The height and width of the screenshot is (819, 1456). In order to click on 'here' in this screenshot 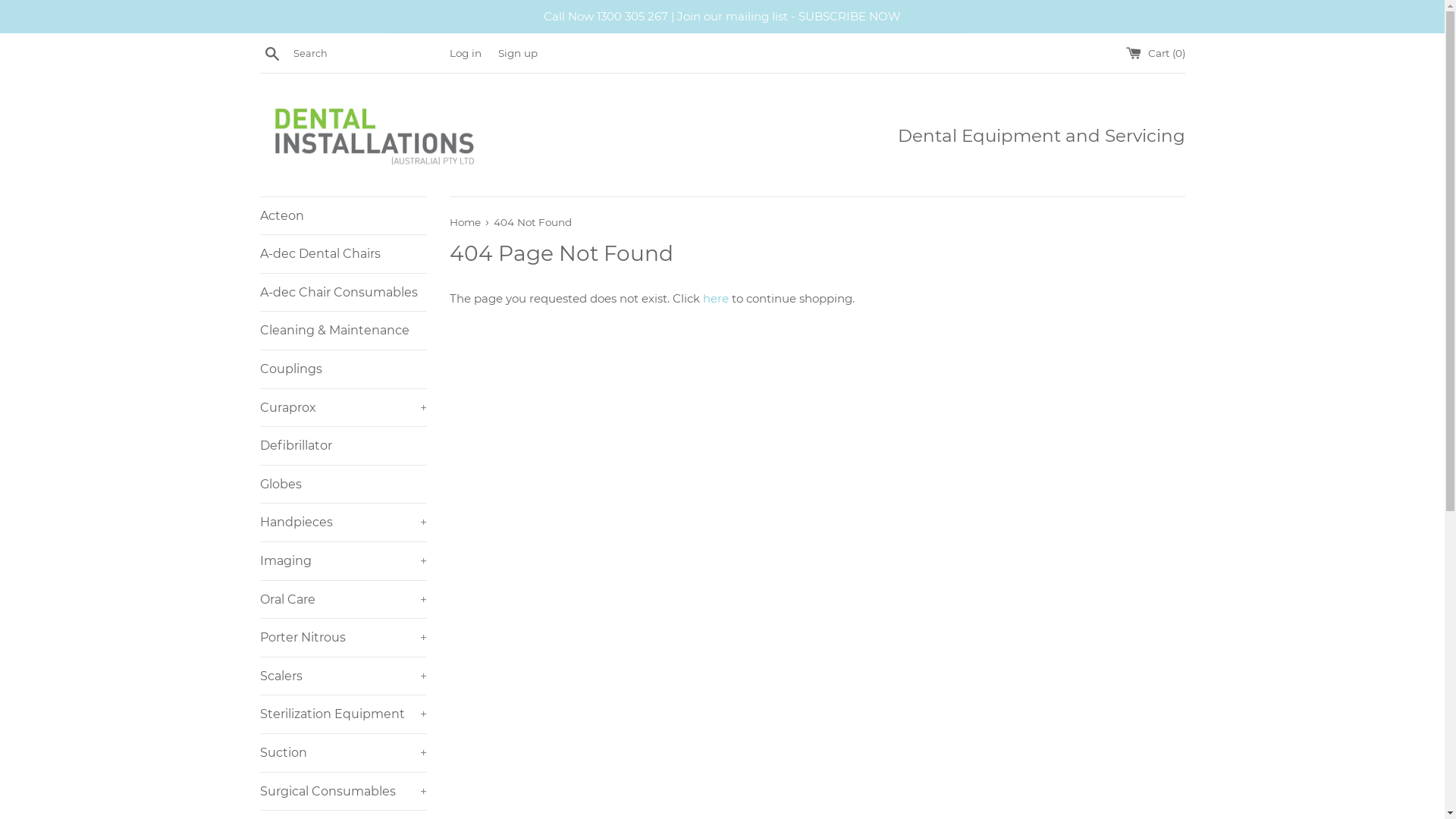, I will do `click(714, 298)`.